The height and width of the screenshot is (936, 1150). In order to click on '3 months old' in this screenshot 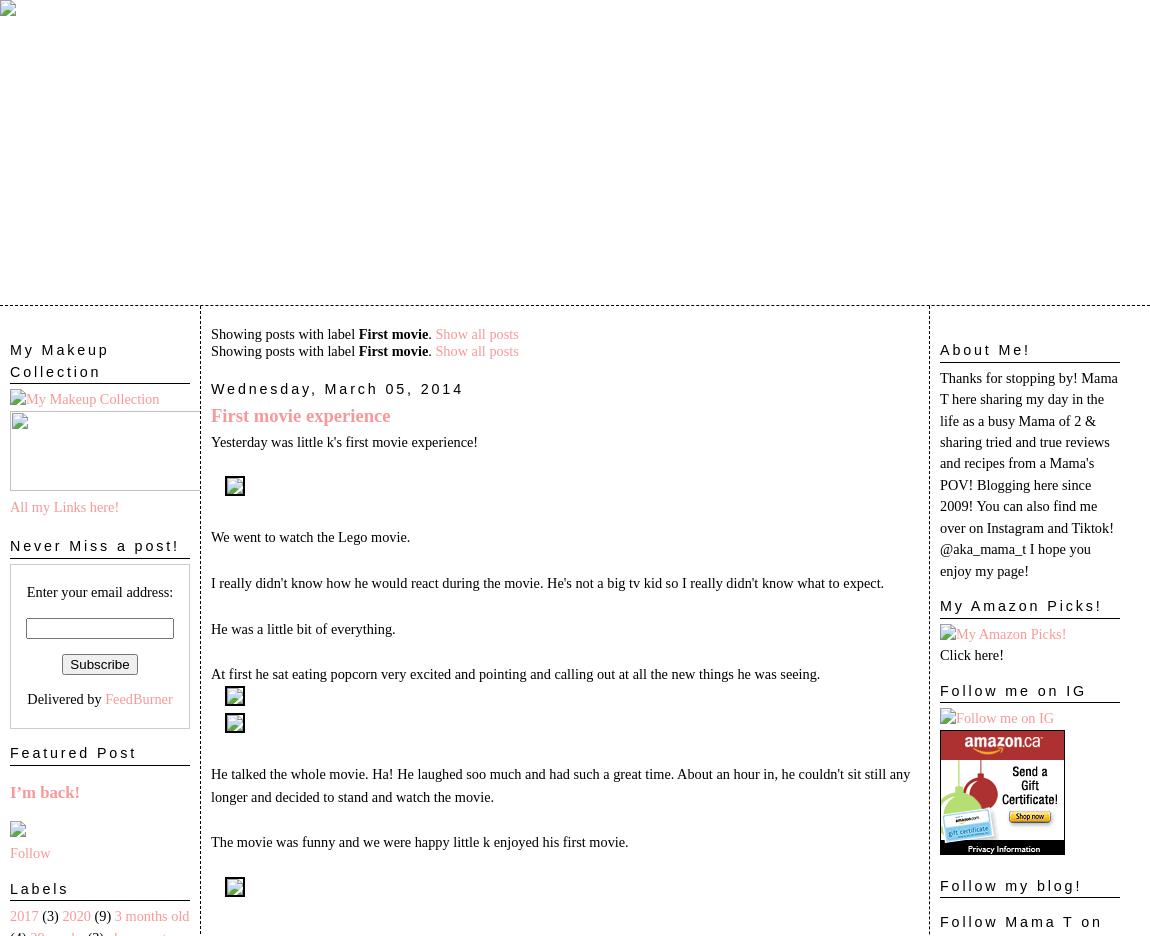, I will do `click(112, 915)`.